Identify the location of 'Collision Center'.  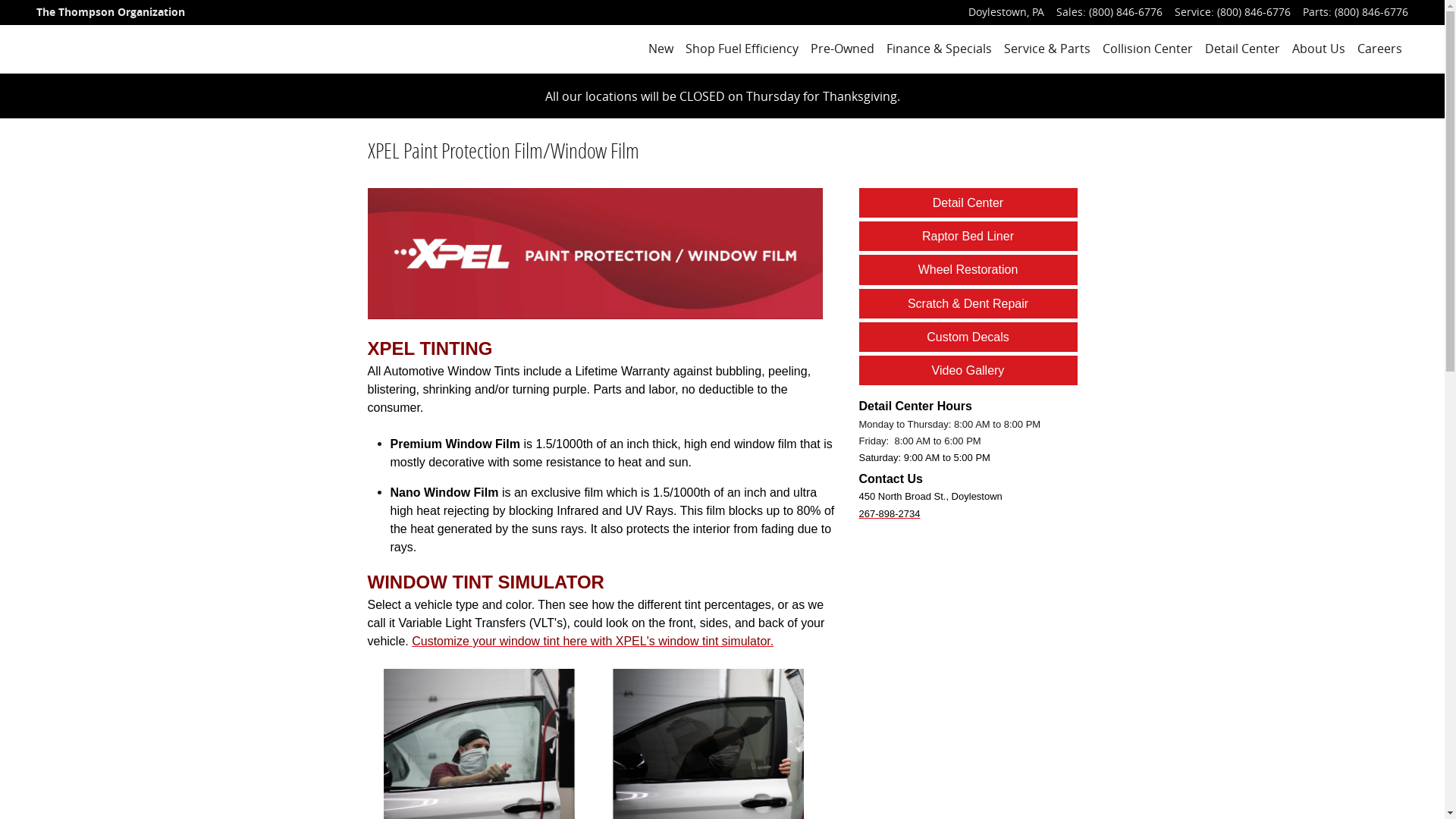
(1147, 49).